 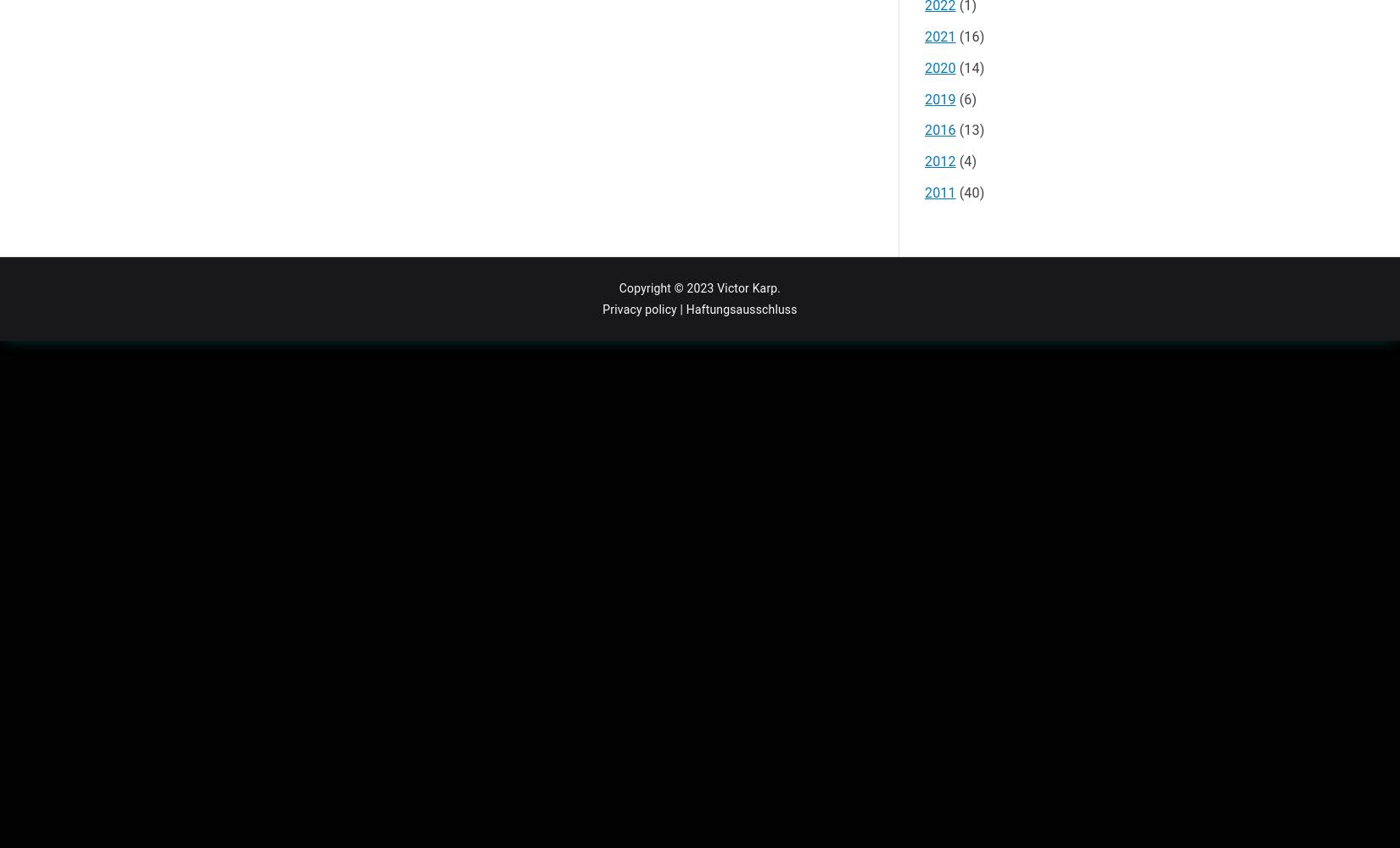 I want to click on 'Copyright © 2023 Victor Karp.', so click(x=617, y=287).